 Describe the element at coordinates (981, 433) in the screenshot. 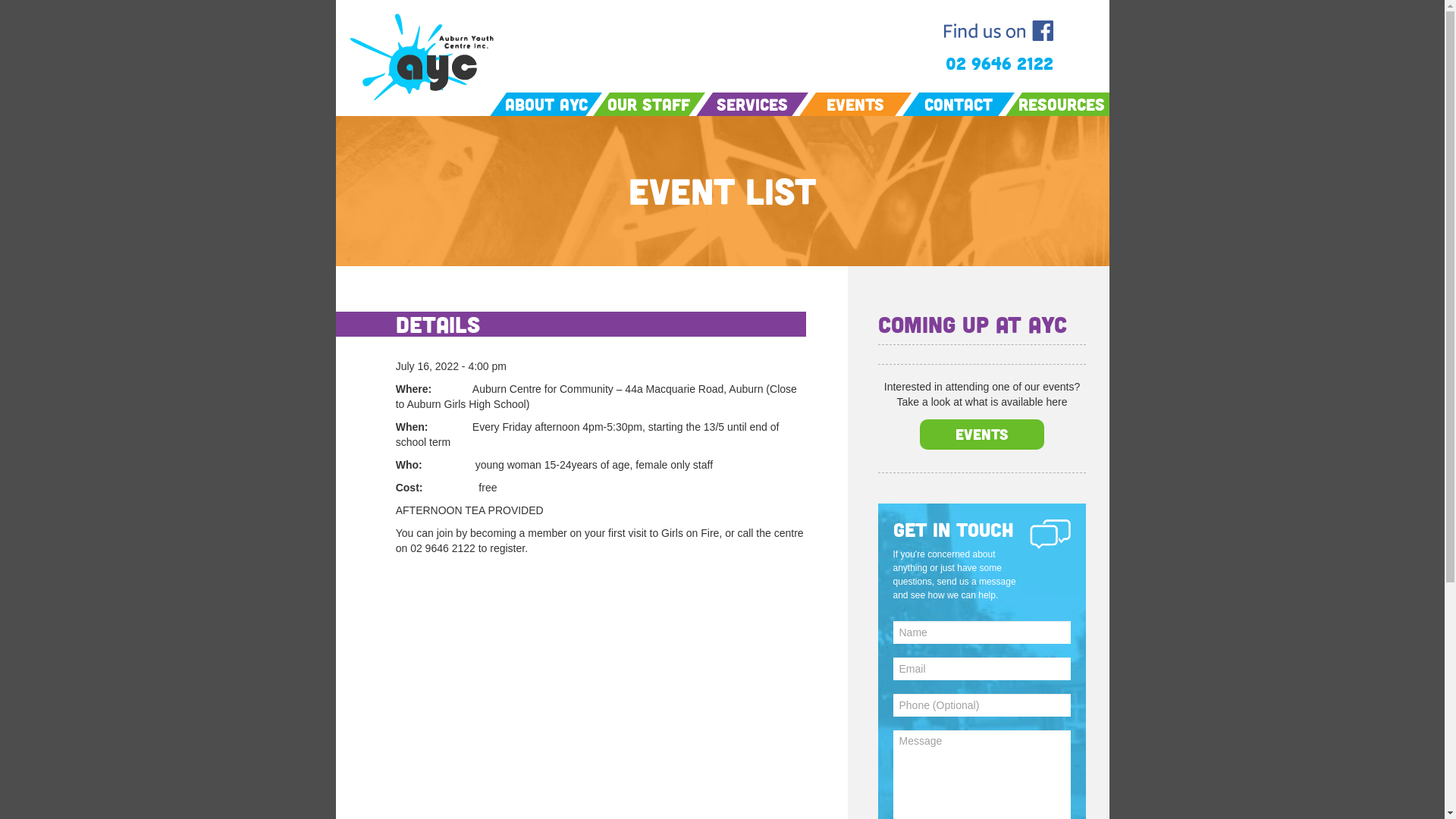

I see `'Events'` at that location.